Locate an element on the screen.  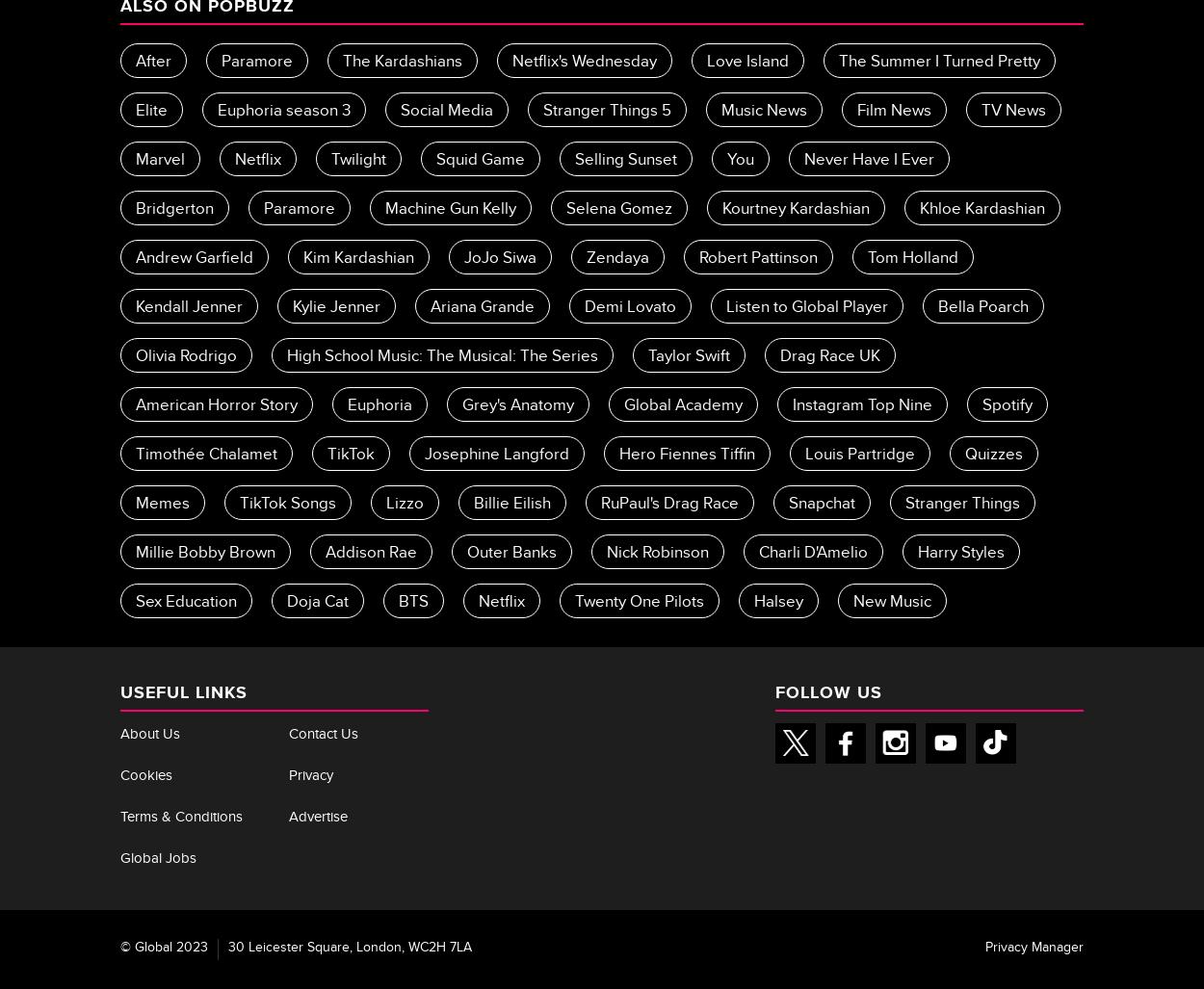
'Global Jobs' is located at coordinates (158, 858).